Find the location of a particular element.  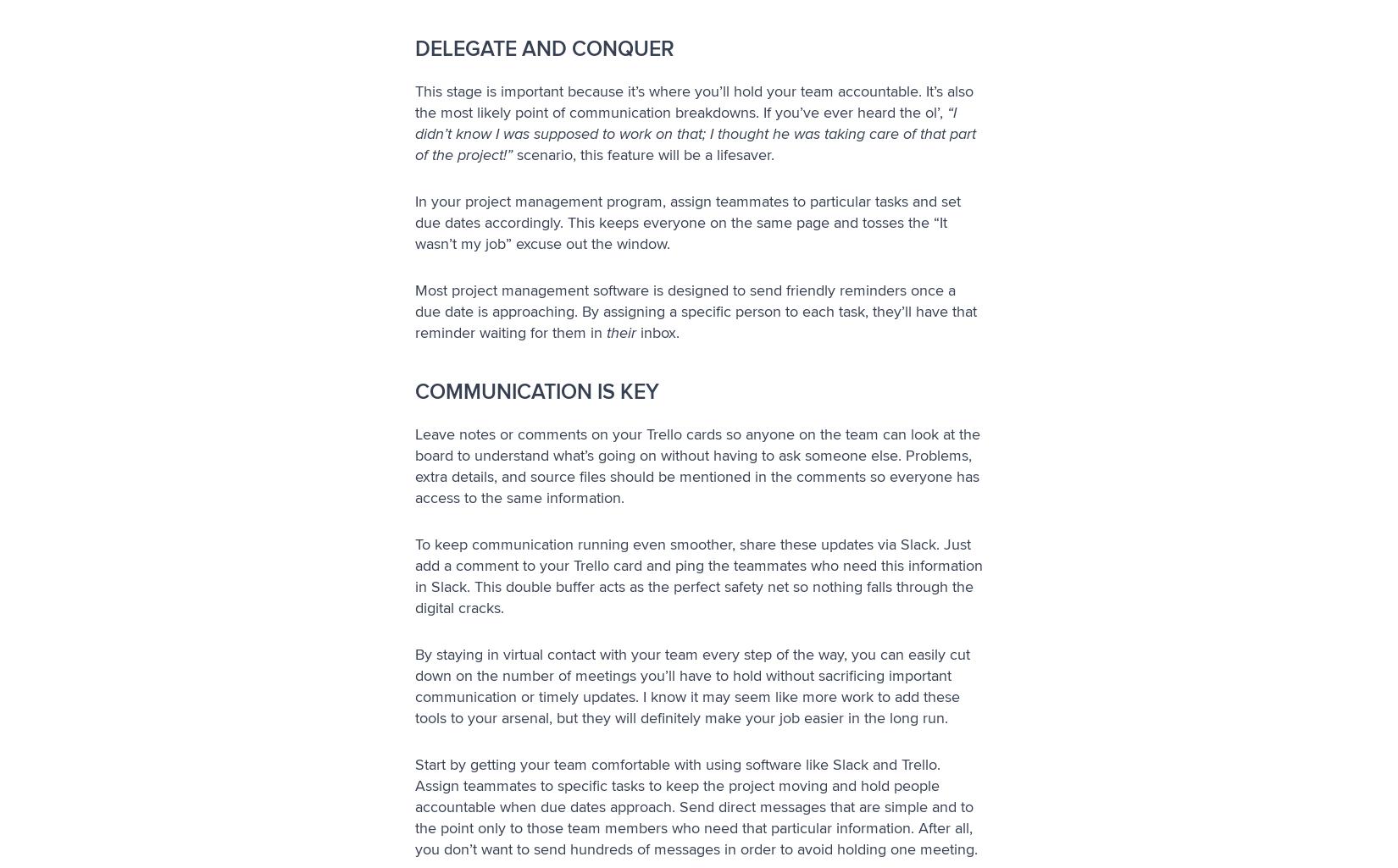

'By staying in virtual contact with your team every step of the way, you can easily cut down on the number of meetings you’ll have to hold without sacrificing important communication or timely updates. I know it may seem like more work to add these tools to your arsenal, but they will definitely make your job easier in the long run.' is located at coordinates (691, 684).